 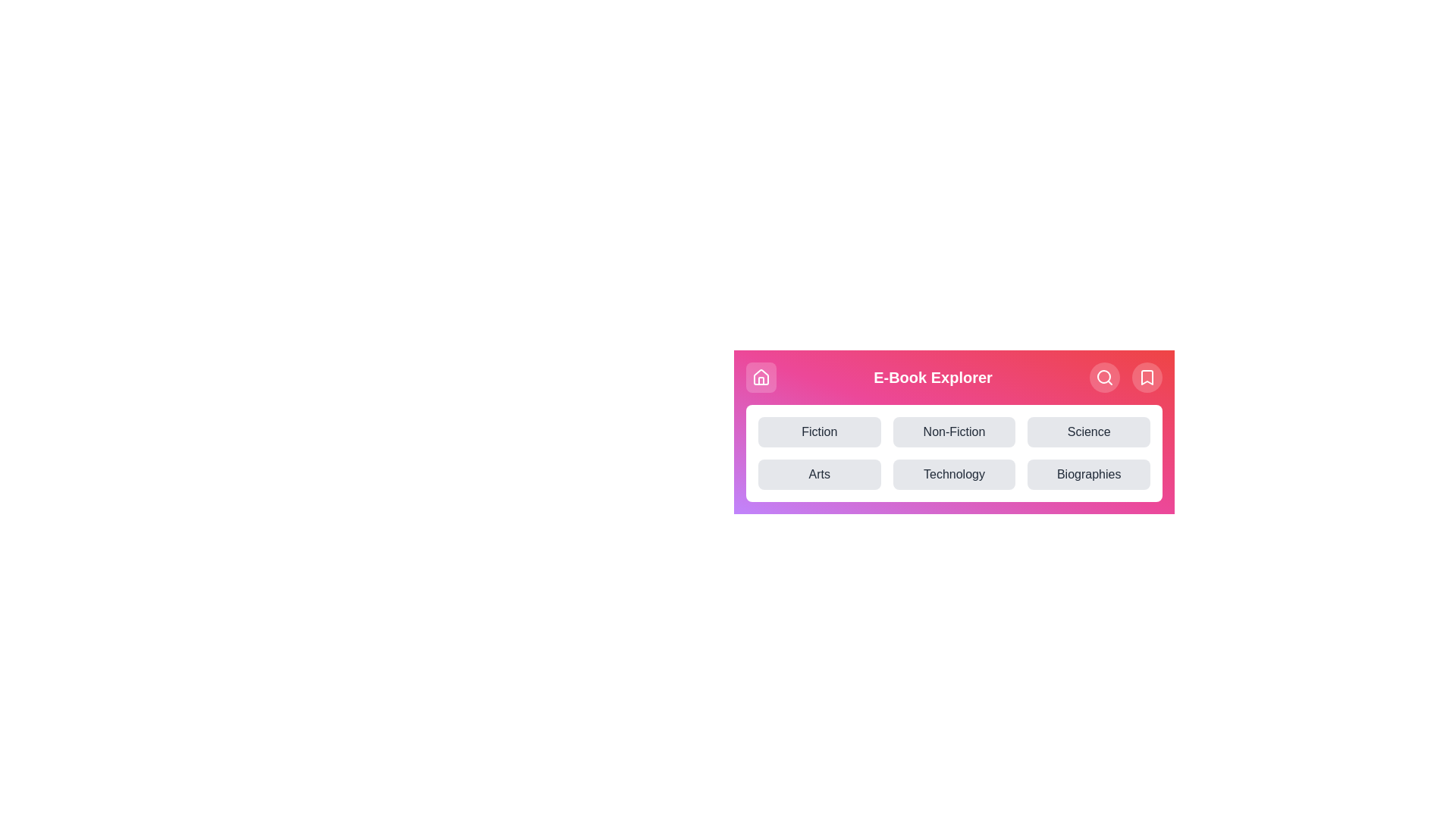 I want to click on the category button labeled Arts, so click(x=818, y=473).